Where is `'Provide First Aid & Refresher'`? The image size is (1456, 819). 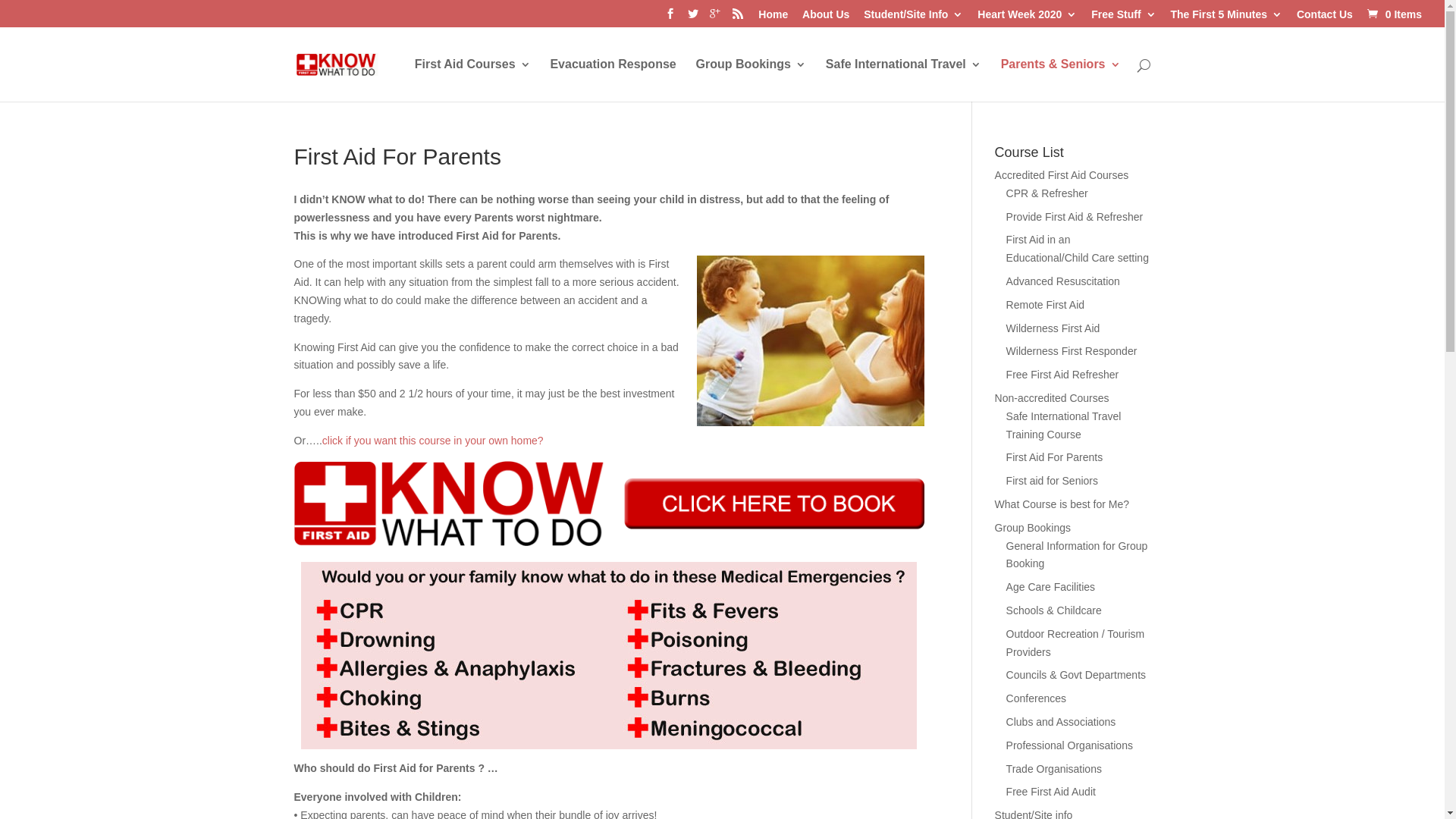 'Provide First Aid & Refresher' is located at coordinates (1074, 216).